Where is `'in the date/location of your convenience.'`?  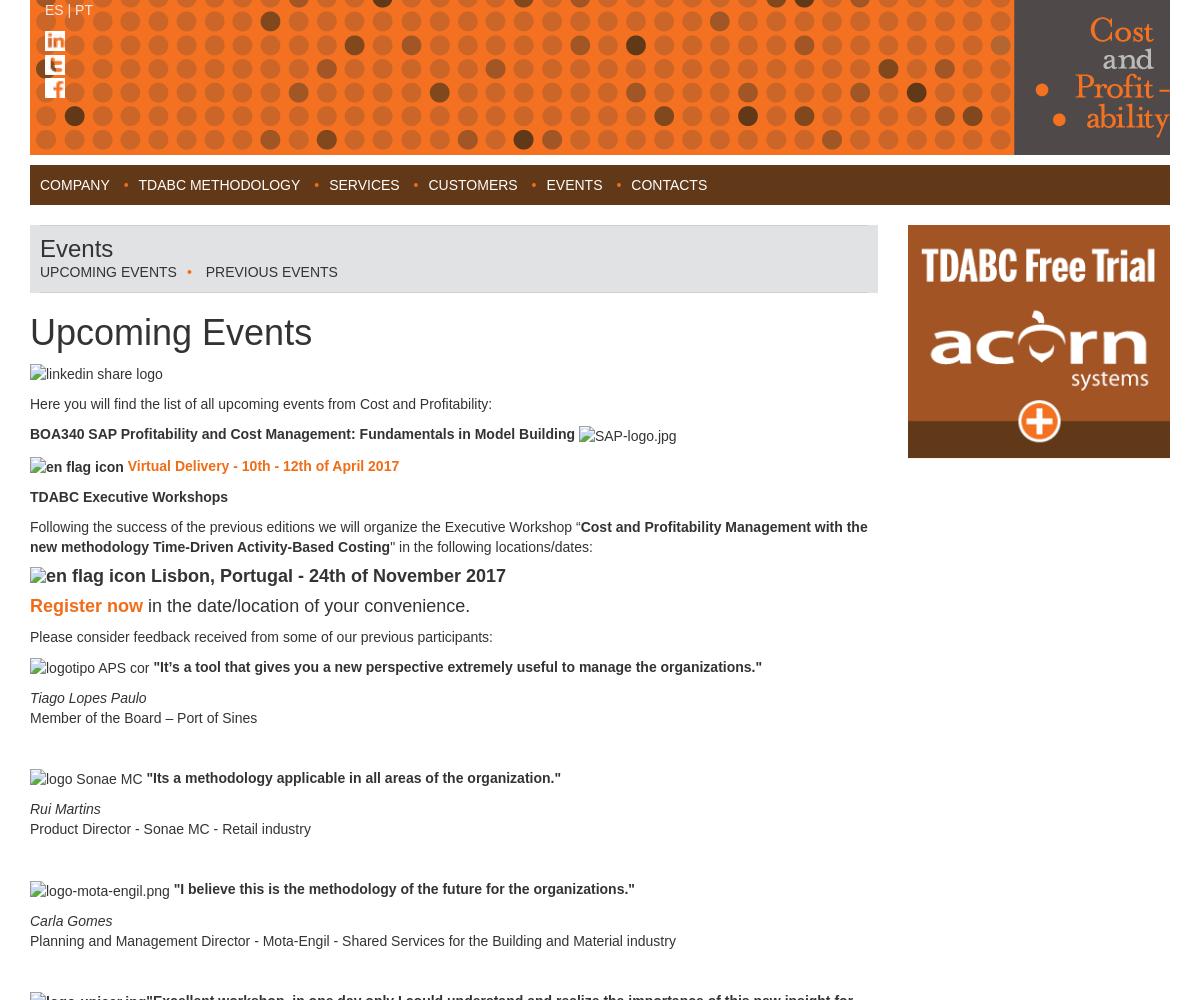 'in the date/location of your convenience.' is located at coordinates (306, 605).